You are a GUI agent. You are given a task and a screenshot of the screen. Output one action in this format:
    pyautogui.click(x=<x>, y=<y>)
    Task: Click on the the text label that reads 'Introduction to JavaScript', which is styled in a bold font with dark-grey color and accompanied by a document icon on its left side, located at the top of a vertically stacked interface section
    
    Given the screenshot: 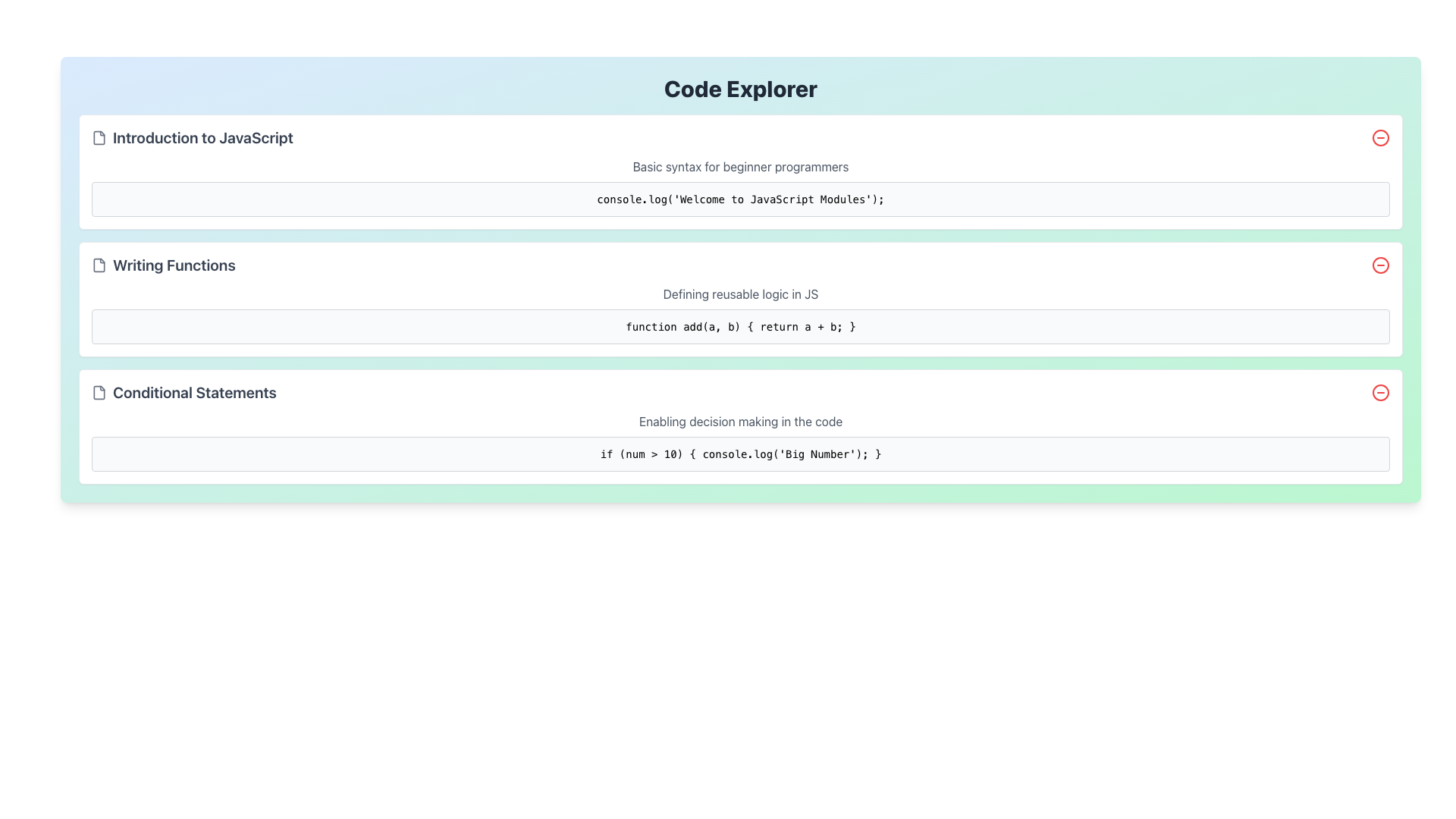 What is the action you would take?
    pyautogui.click(x=192, y=137)
    